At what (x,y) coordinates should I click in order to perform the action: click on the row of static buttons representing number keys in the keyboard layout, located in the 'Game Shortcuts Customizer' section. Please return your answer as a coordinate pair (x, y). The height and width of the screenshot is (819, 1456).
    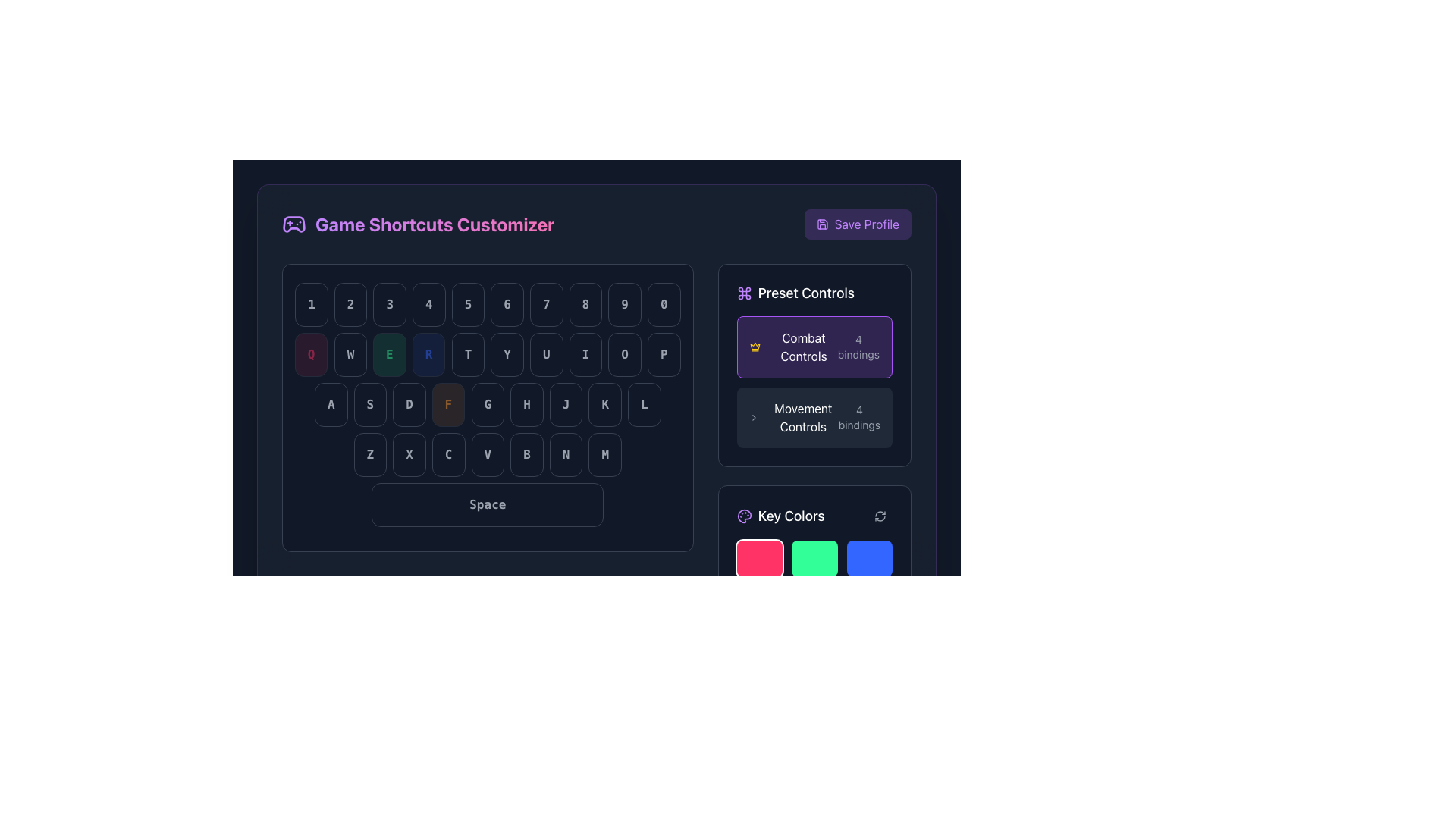
    Looking at the image, I should click on (488, 304).